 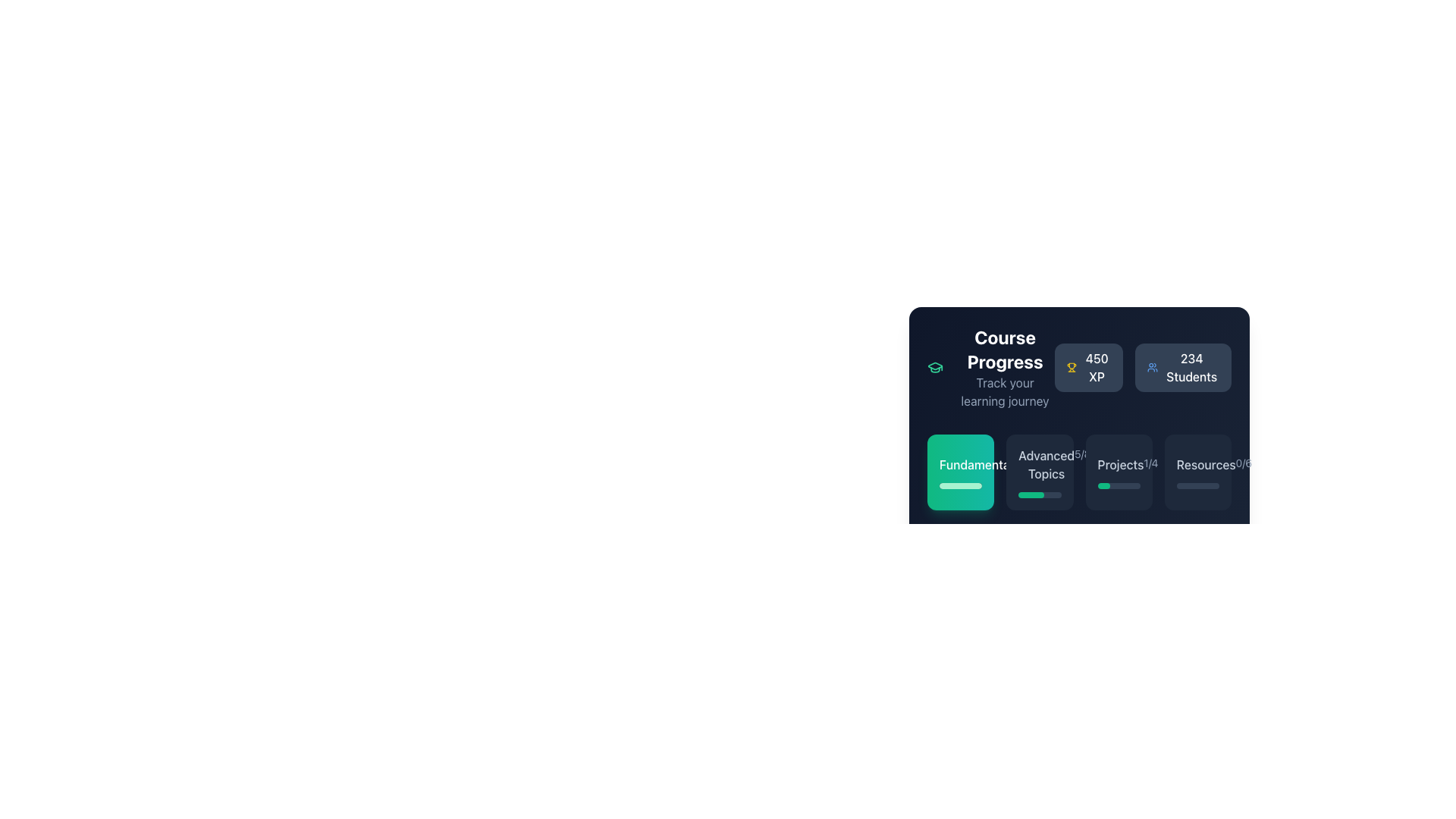 What do you see at coordinates (1087, 368) in the screenshot?
I see `the informational display card that shows the user's accumulated experience points (XP) located in the upper-right section of the layout, adjacent to the 'Course Progress' title` at bounding box center [1087, 368].